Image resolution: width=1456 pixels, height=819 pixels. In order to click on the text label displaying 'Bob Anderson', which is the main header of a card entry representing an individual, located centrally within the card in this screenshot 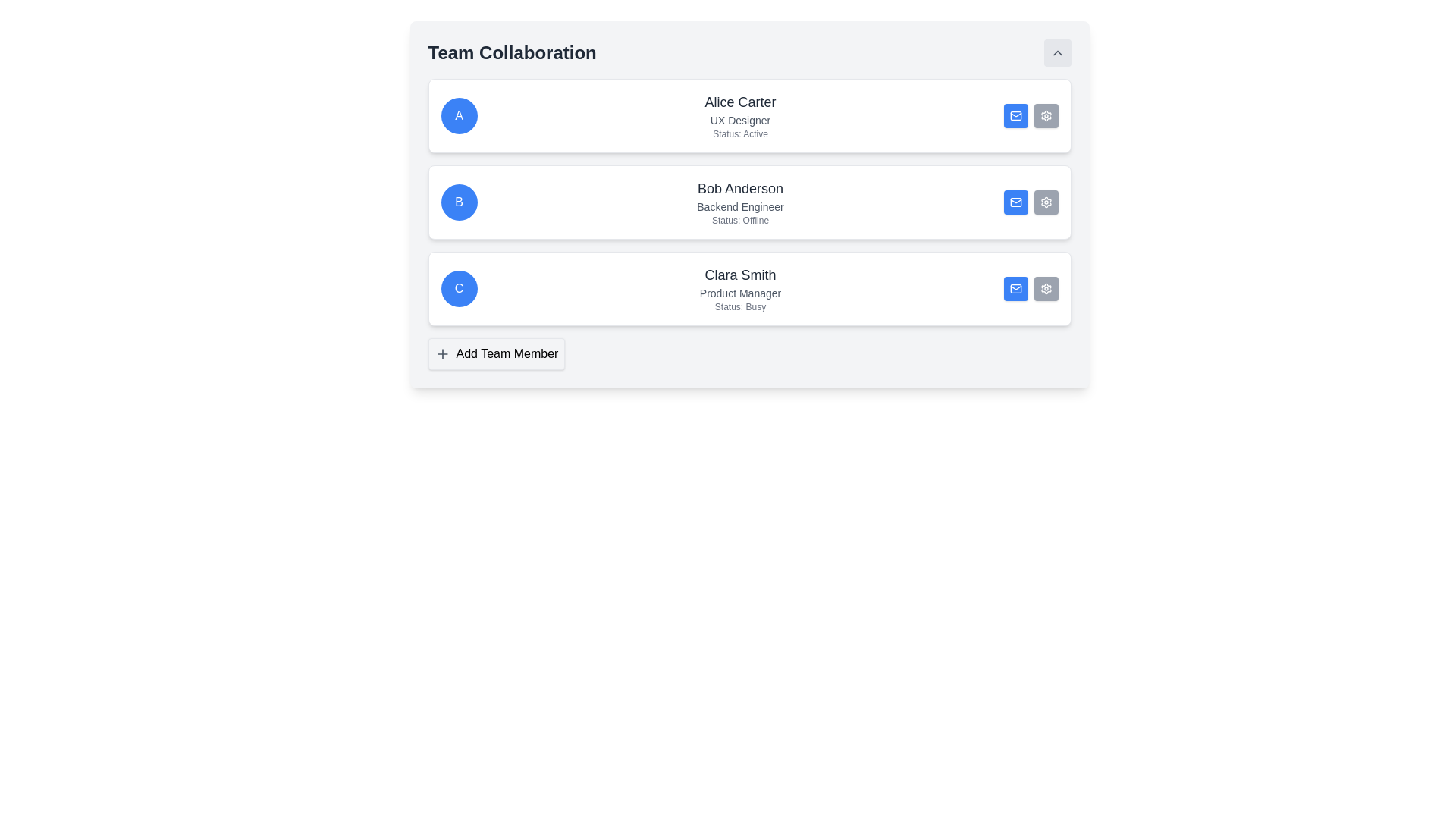, I will do `click(740, 188)`.